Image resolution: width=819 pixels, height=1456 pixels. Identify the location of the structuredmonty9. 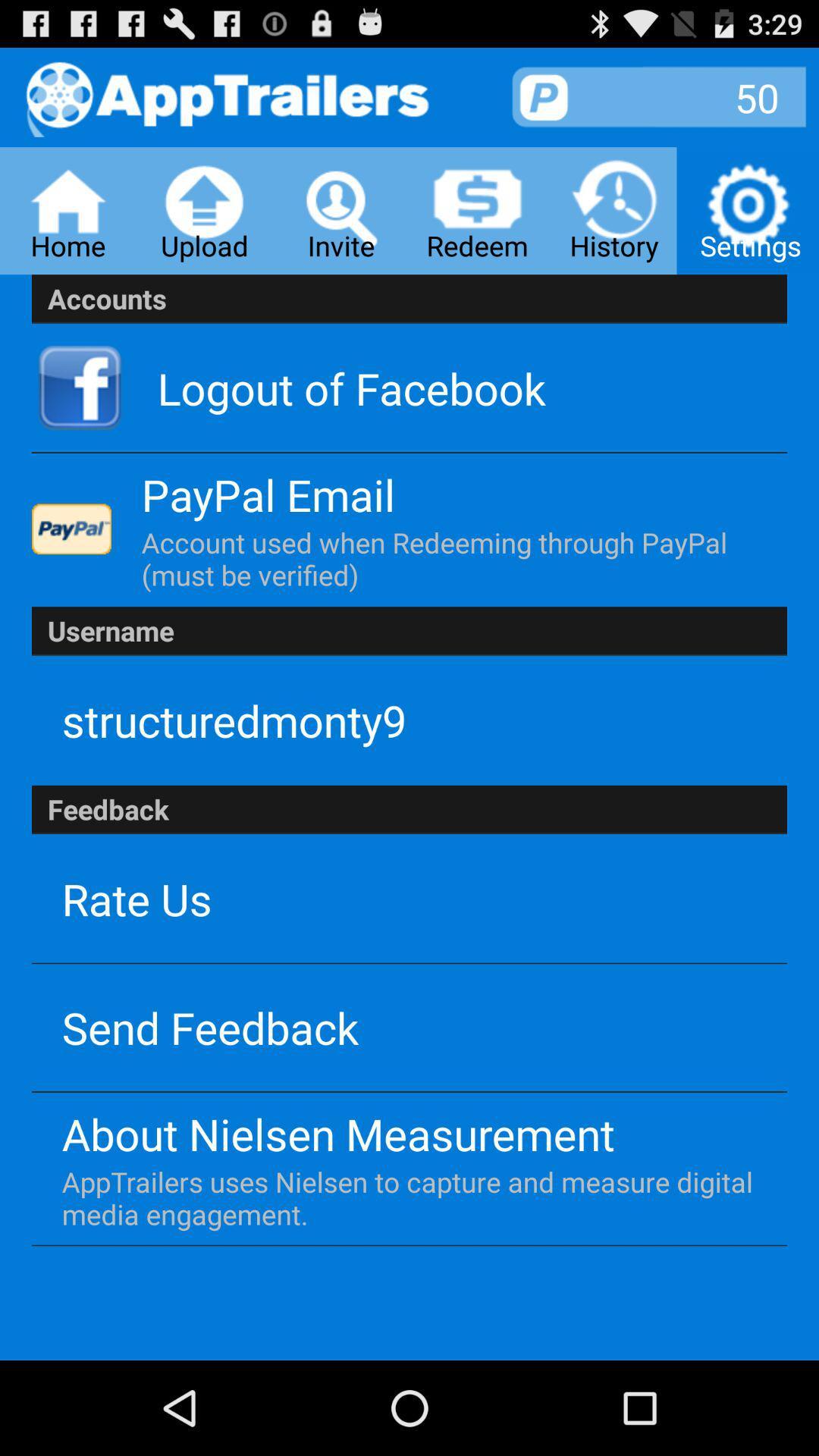
(234, 719).